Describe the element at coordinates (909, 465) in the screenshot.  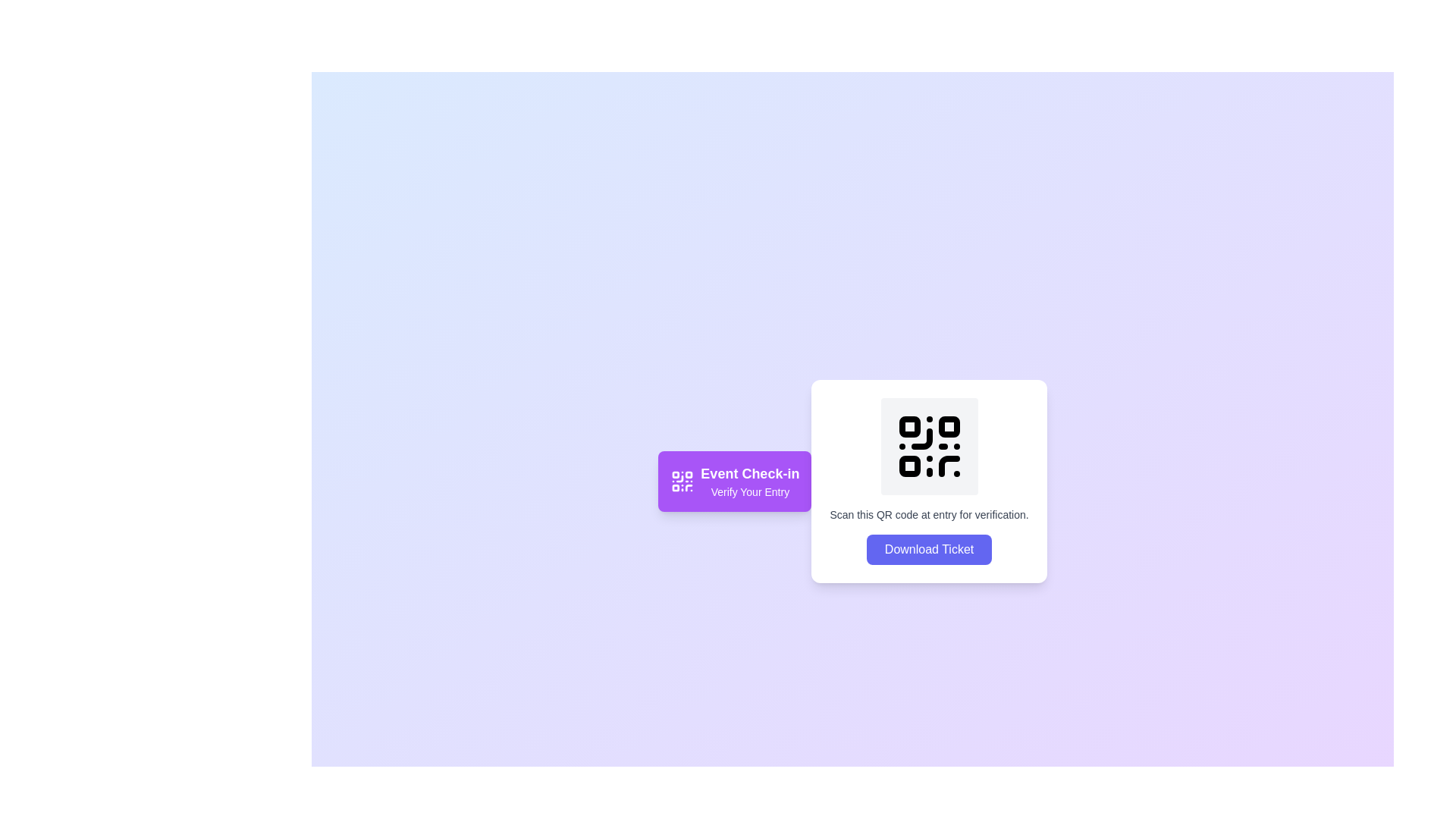
I see `attention on the small rounded square component in the lower-left corner of the central QR code module by moving the mouse to its center point` at that location.